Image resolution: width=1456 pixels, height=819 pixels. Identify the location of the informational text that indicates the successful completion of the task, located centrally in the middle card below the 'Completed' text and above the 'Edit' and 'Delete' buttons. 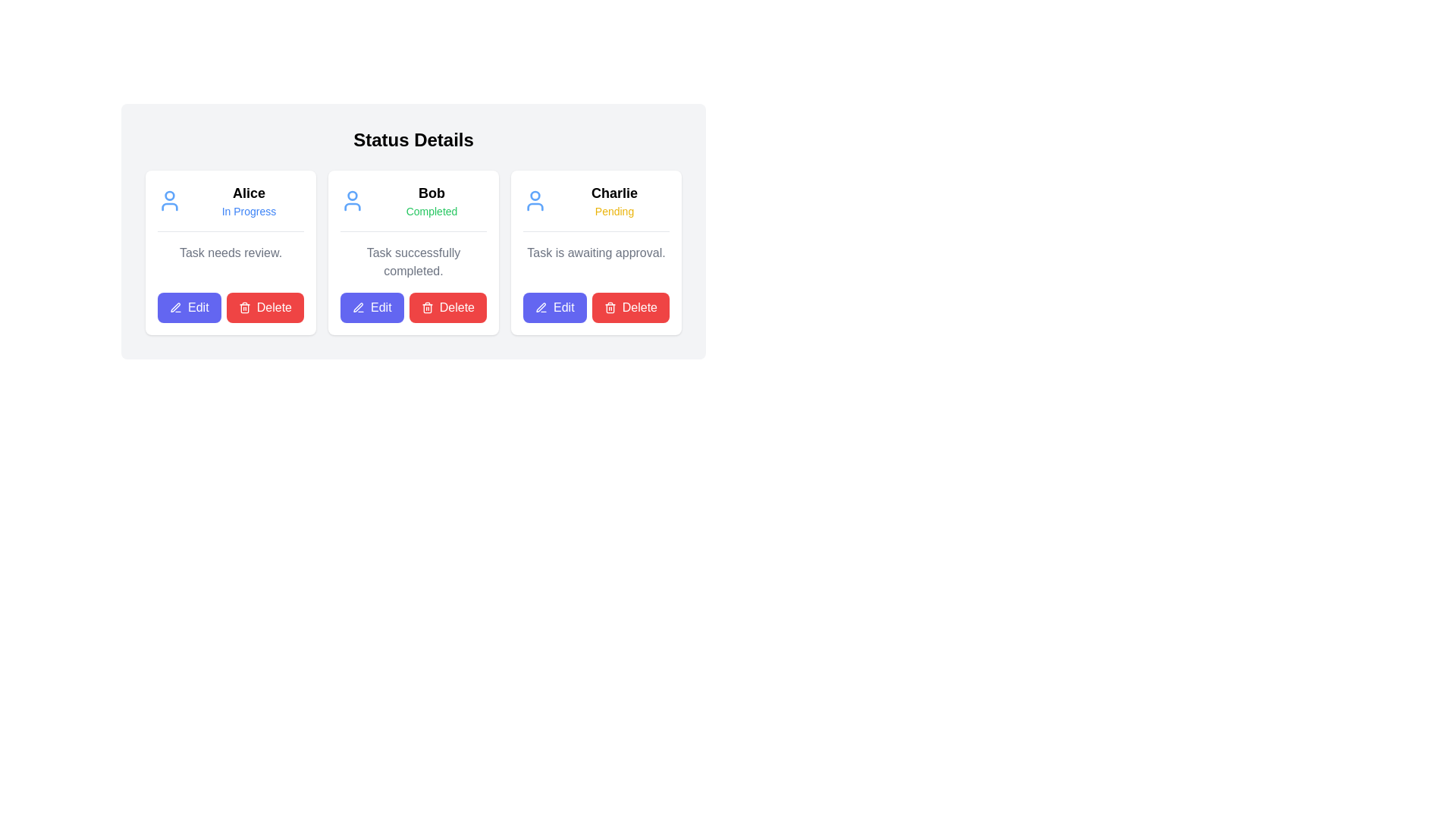
(413, 262).